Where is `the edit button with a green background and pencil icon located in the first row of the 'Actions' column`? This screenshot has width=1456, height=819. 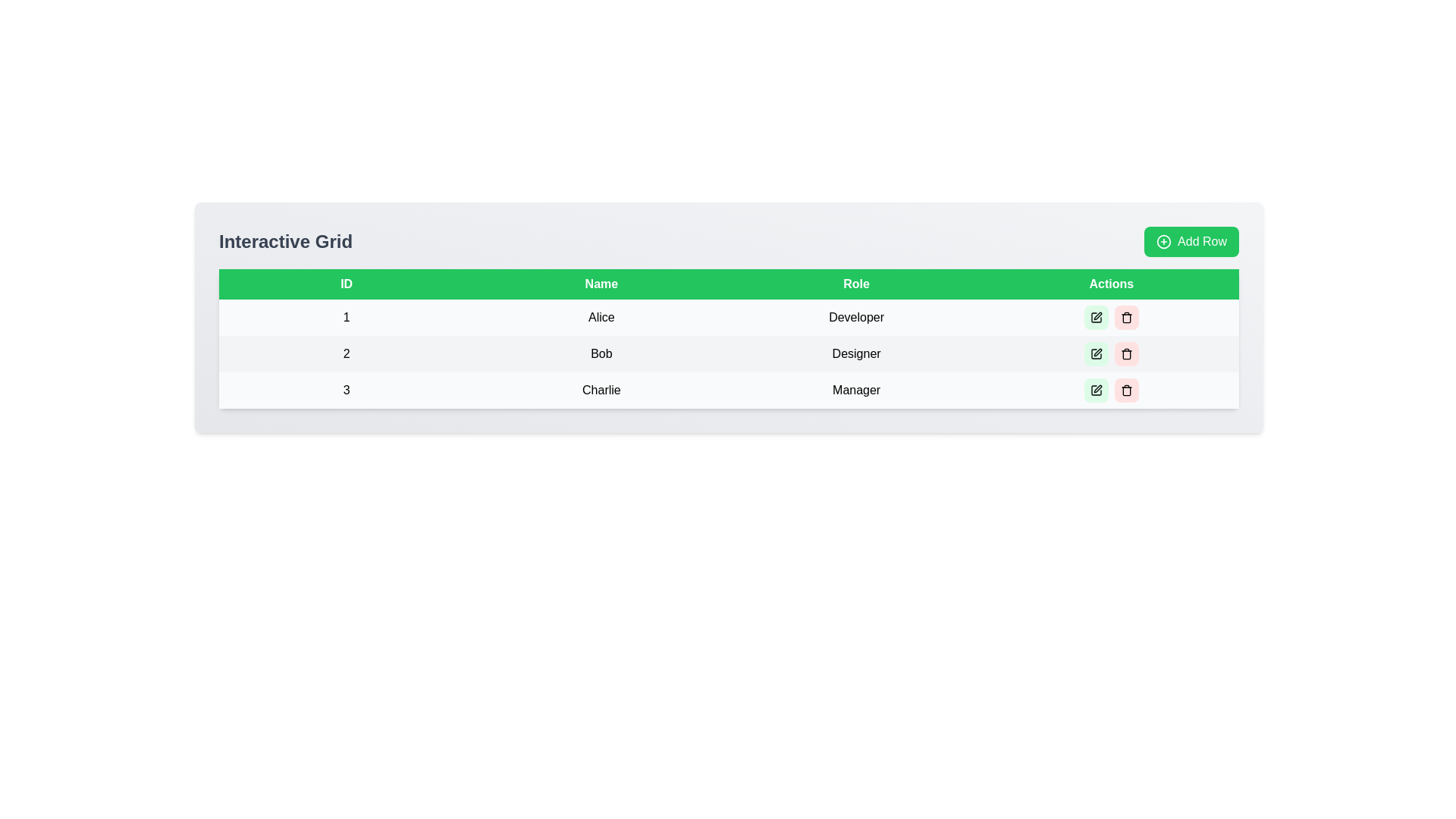
the edit button with a green background and pencil icon located in the first row of the 'Actions' column is located at coordinates (1096, 317).